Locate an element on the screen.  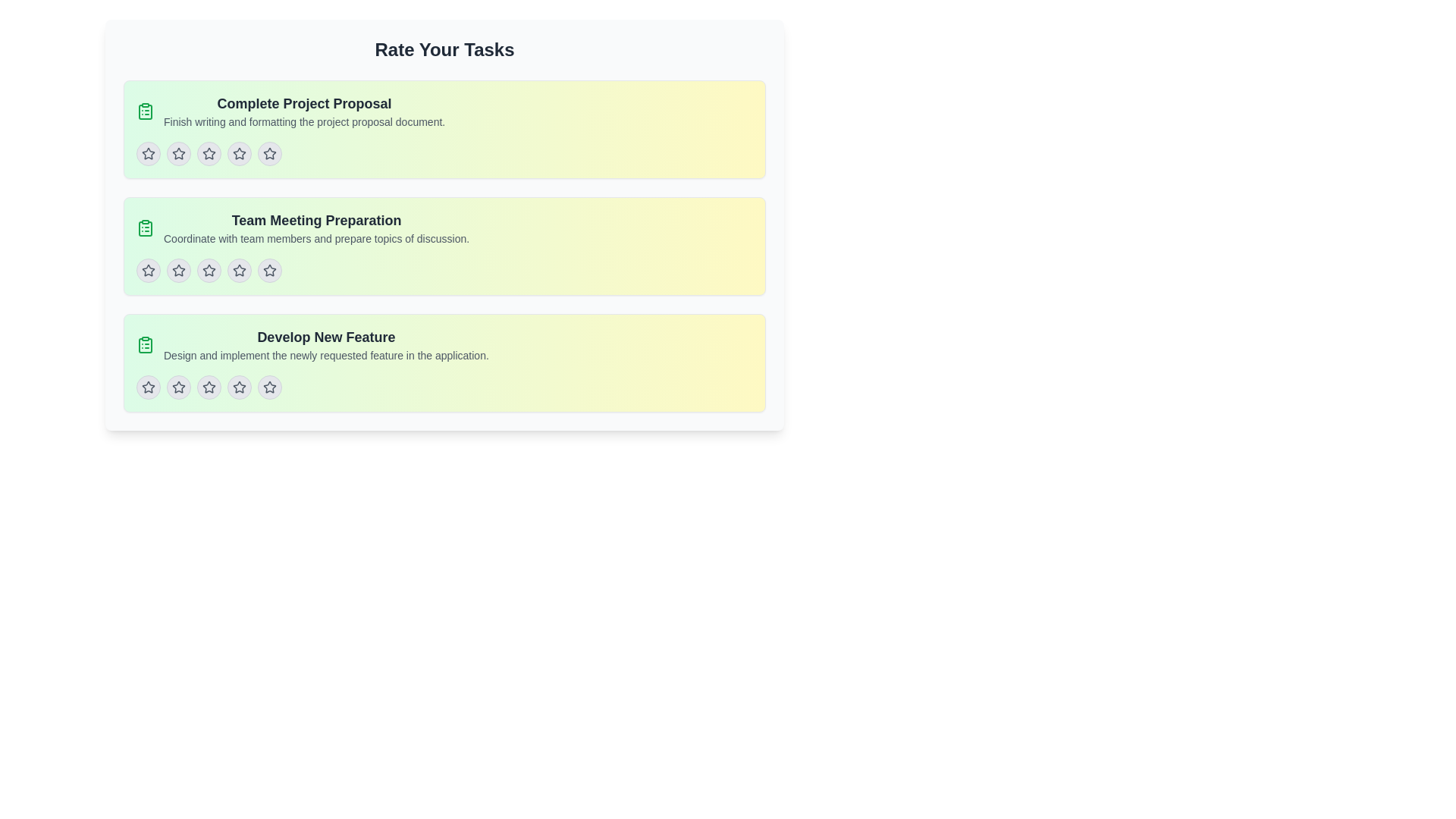
the second star-shaped rating icon, which is part of the rating mechanism for the 'Complete Project Proposal' task is located at coordinates (208, 154).